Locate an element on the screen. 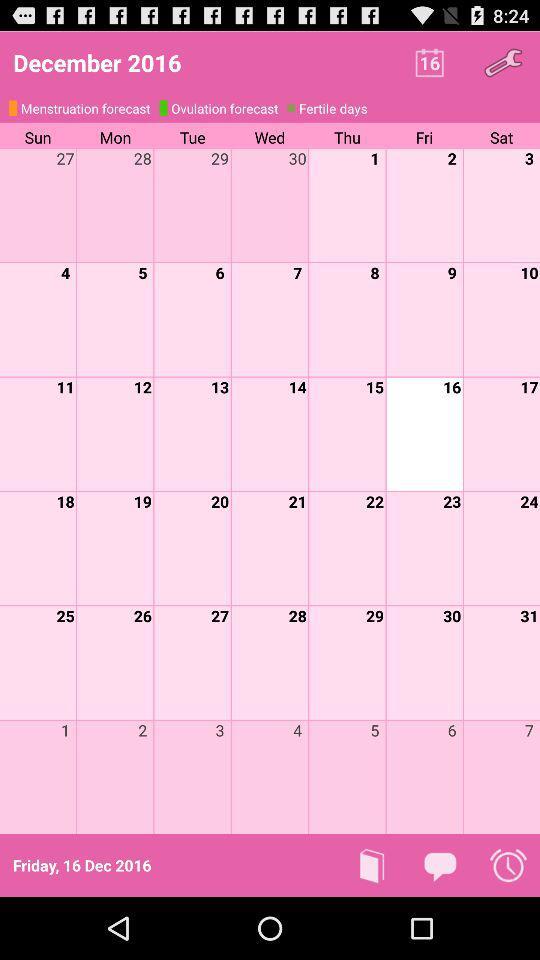 The height and width of the screenshot is (960, 540). the time icon is located at coordinates (508, 926).